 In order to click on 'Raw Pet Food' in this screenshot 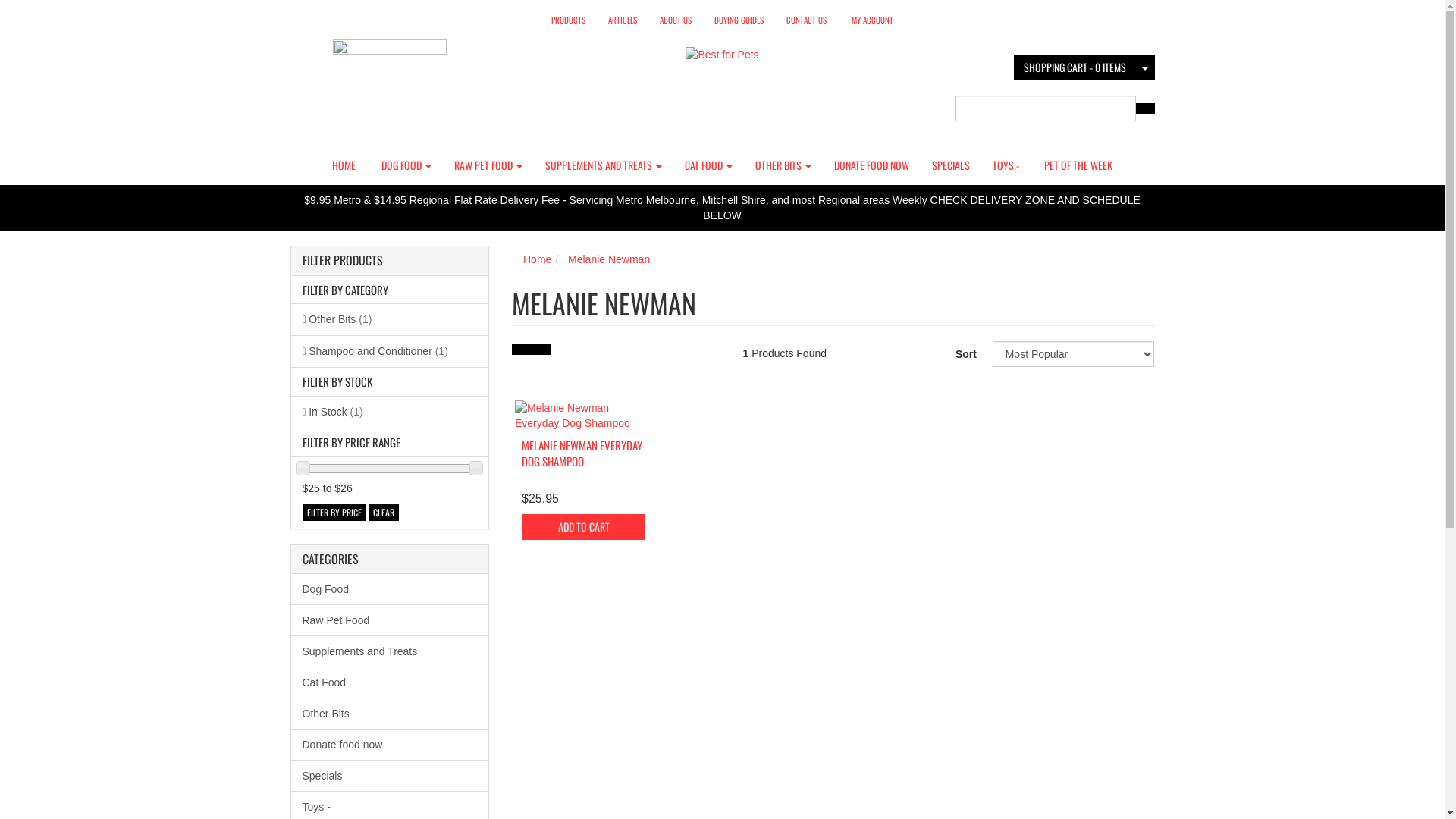, I will do `click(390, 620)`.